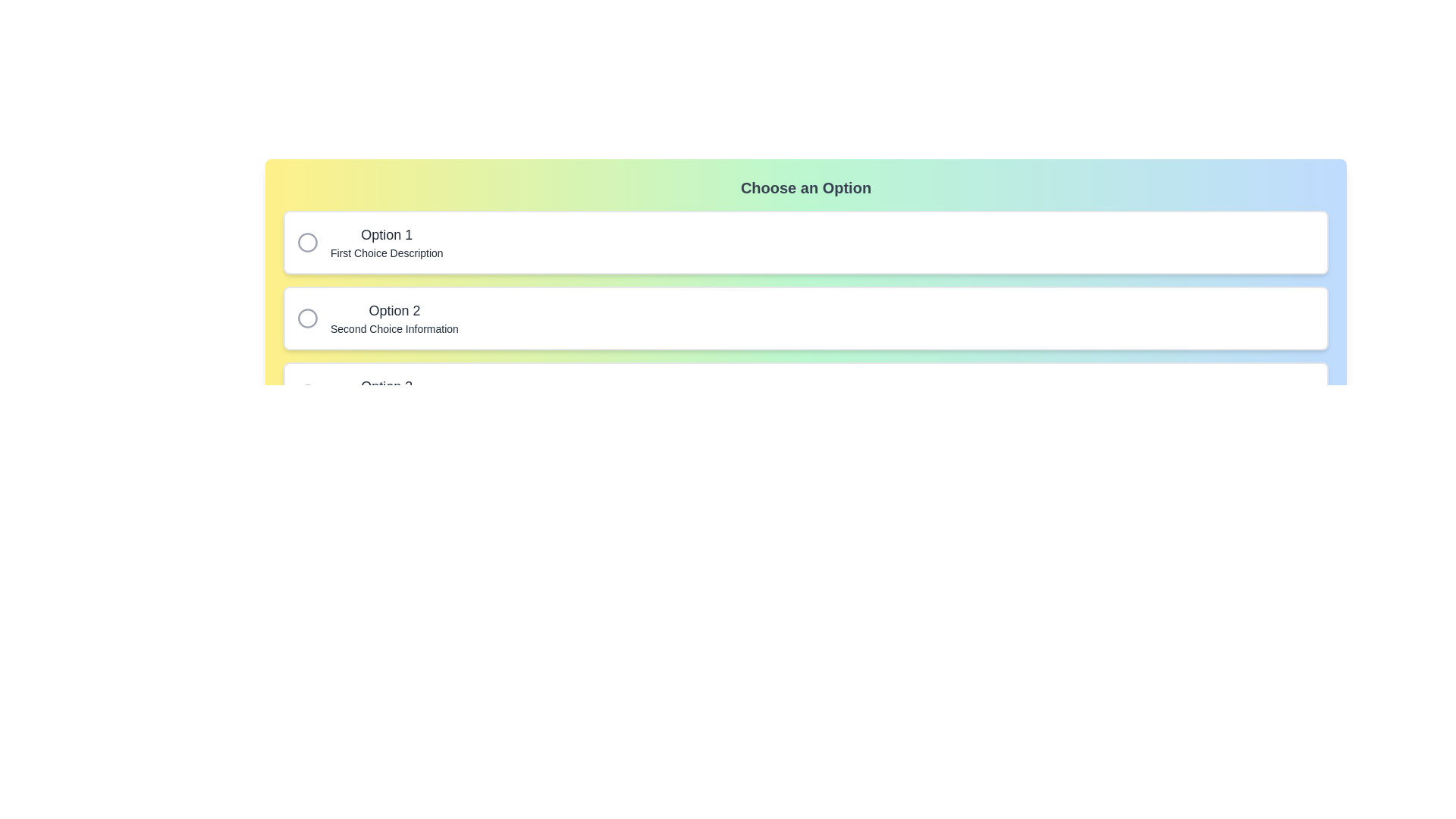 The height and width of the screenshot is (819, 1456). What do you see at coordinates (394, 318) in the screenshot?
I see `information displayed in the text block titled 'Option 2' which contains the smaller text 'Second Choice Information'` at bounding box center [394, 318].